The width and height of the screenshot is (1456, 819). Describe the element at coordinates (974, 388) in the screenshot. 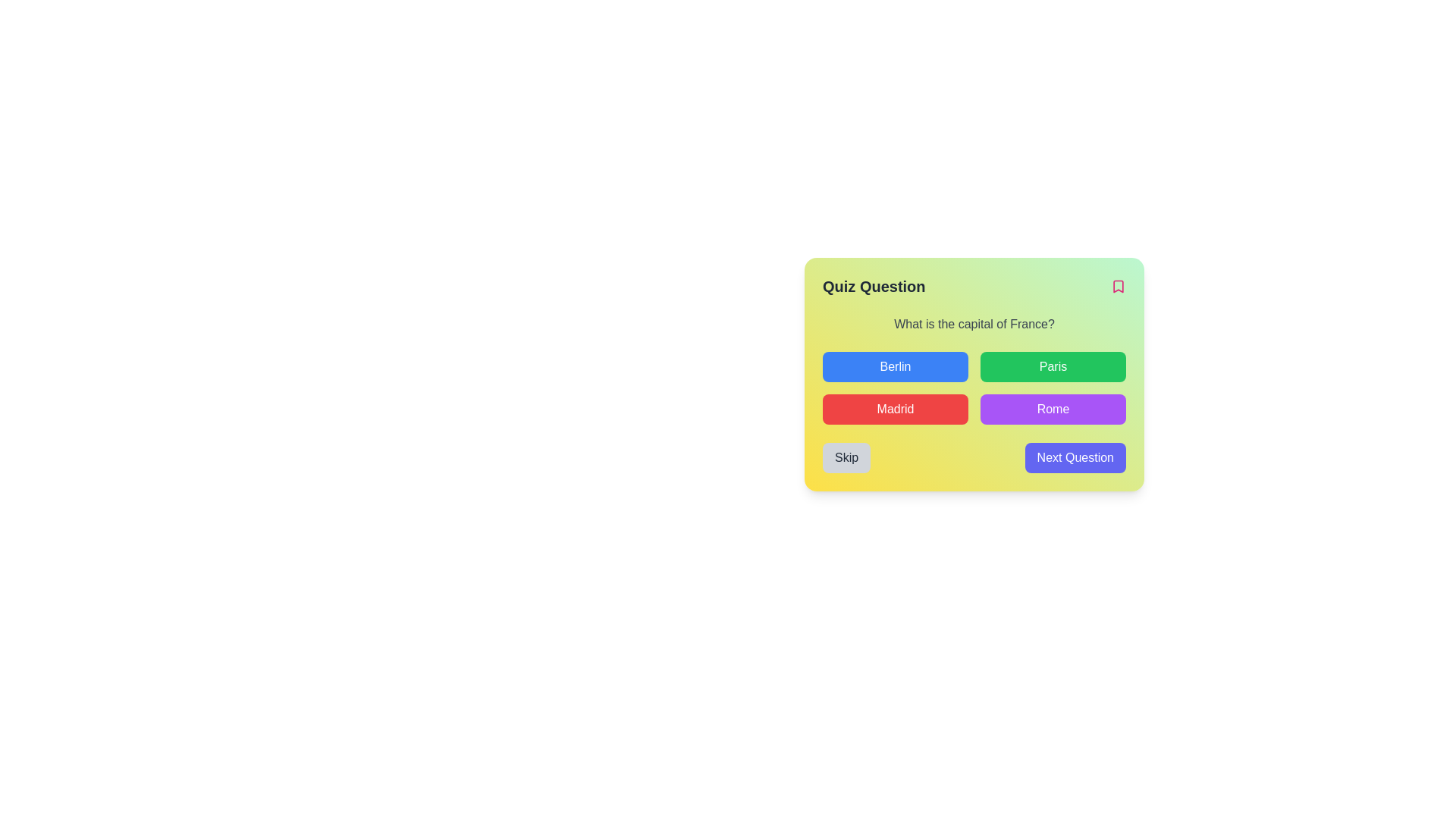

I see `the 'Madrid' button in the grid layout containing buttons for capital cities, which is centrally placed below the question 'What is the capital of France?'` at that location.